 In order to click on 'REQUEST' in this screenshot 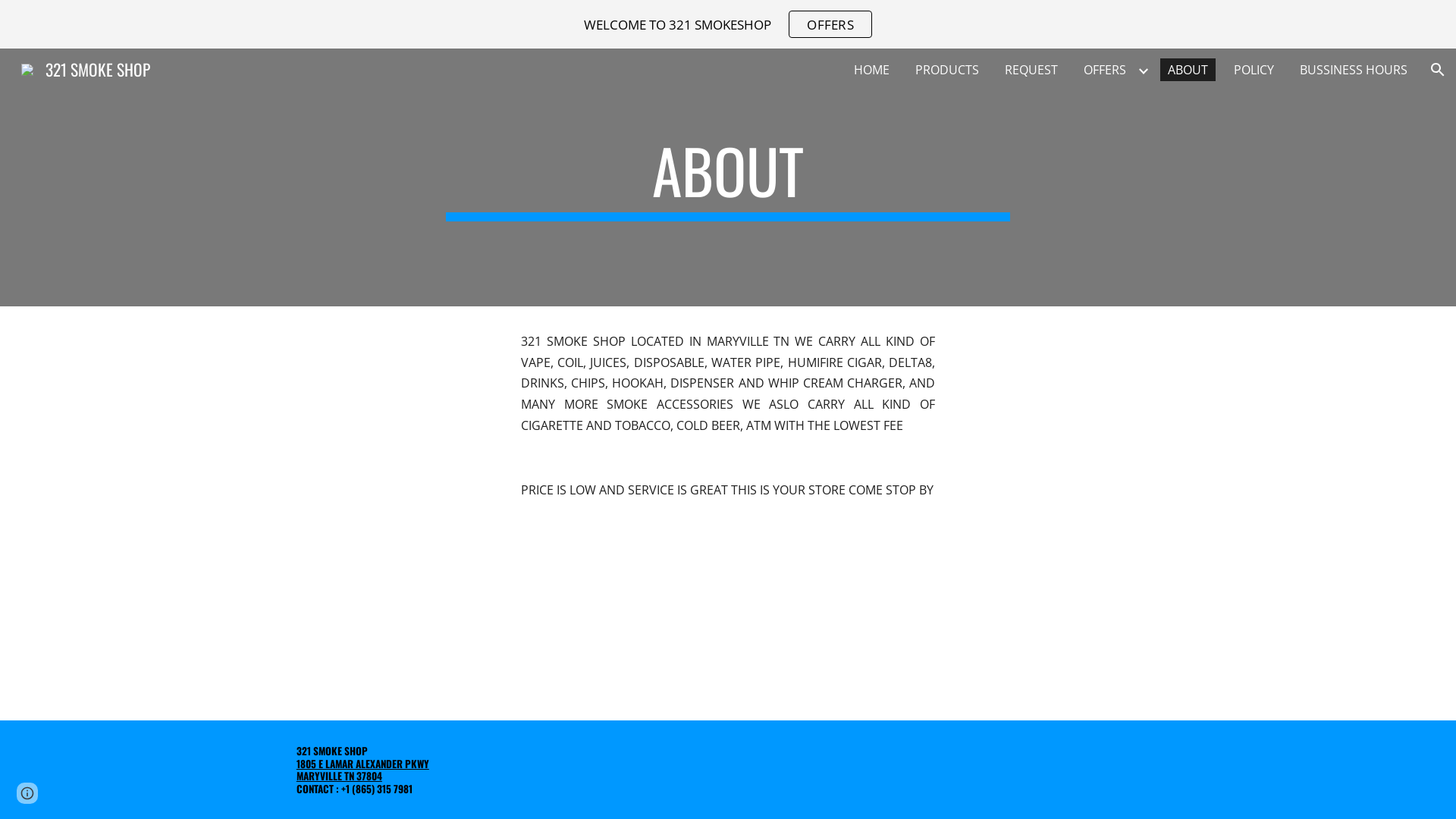, I will do `click(997, 70)`.